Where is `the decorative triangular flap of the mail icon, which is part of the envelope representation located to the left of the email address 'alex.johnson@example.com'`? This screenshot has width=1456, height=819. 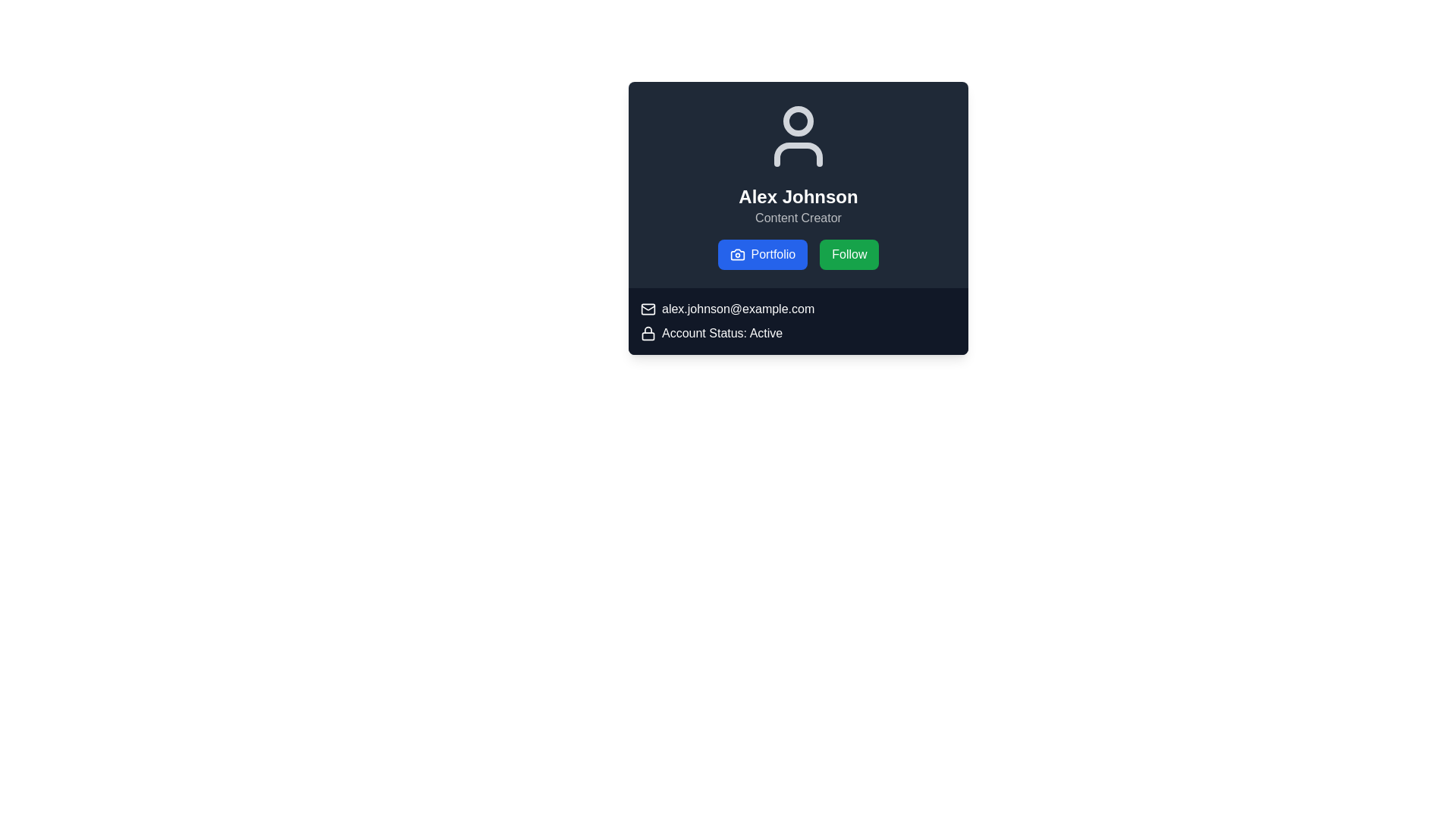 the decorative triangular flap of the mail icon, which is part of the envelope representation located to the left of the email address 'alex.johnson@example.com' is located at coordinates (648, 307).